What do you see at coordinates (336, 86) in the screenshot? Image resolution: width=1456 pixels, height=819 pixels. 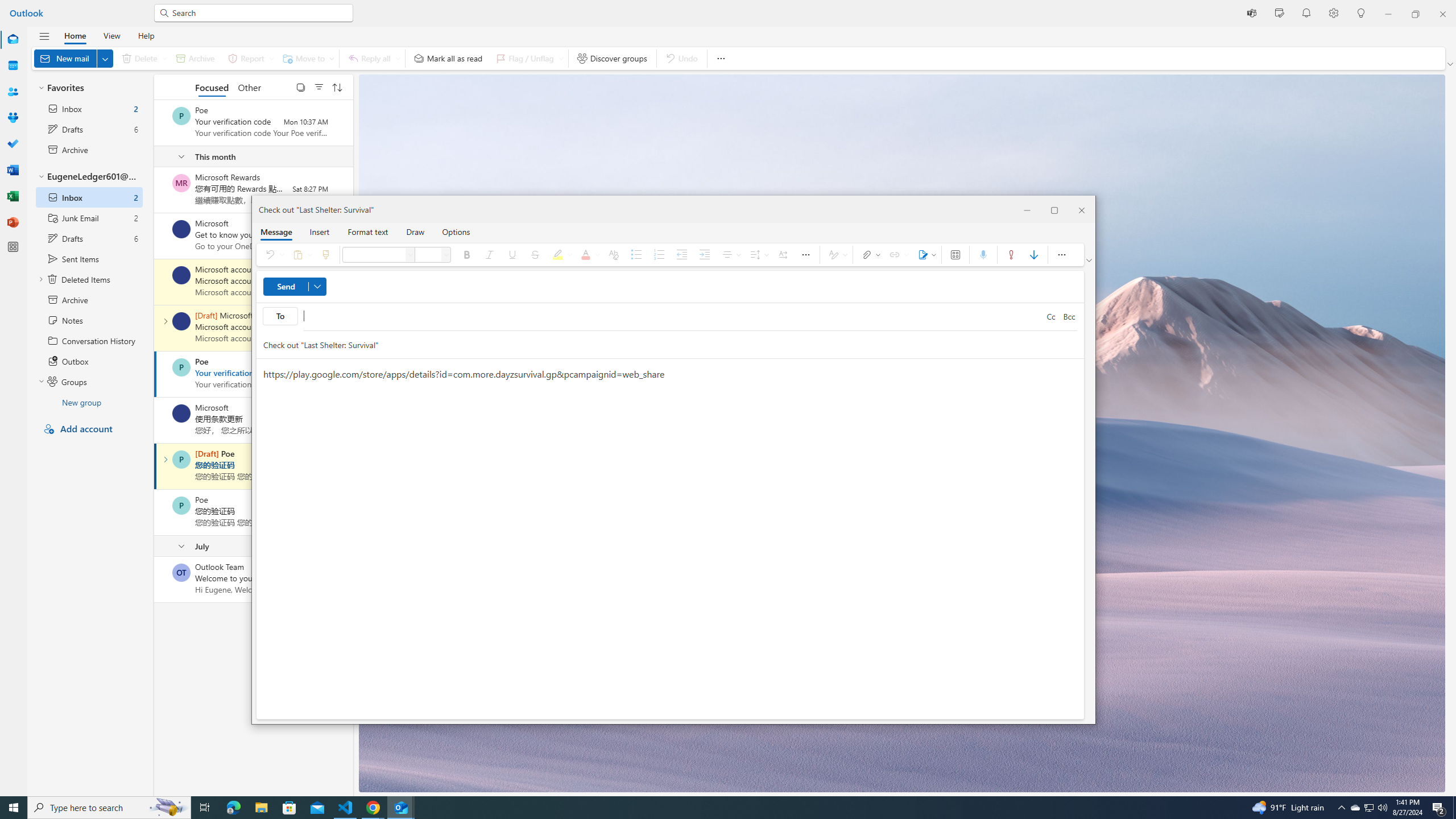 I see `'Sorted: By Date'` at bounding box center [336, 86].